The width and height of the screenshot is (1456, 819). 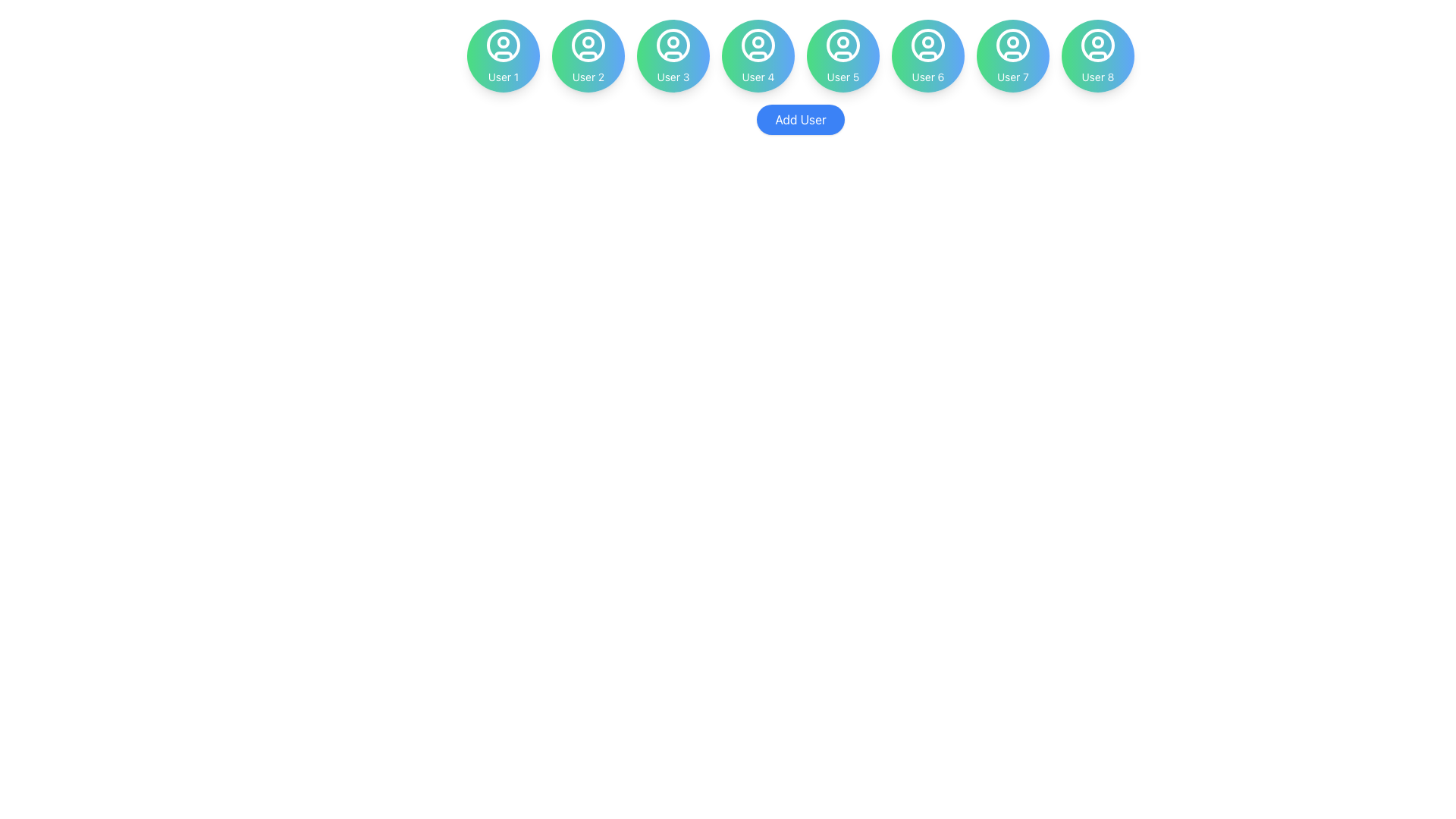 I want to click on the circular user icon representing 'User 2' located in the second user item of the horizontal row, so click(x=588, y=45).